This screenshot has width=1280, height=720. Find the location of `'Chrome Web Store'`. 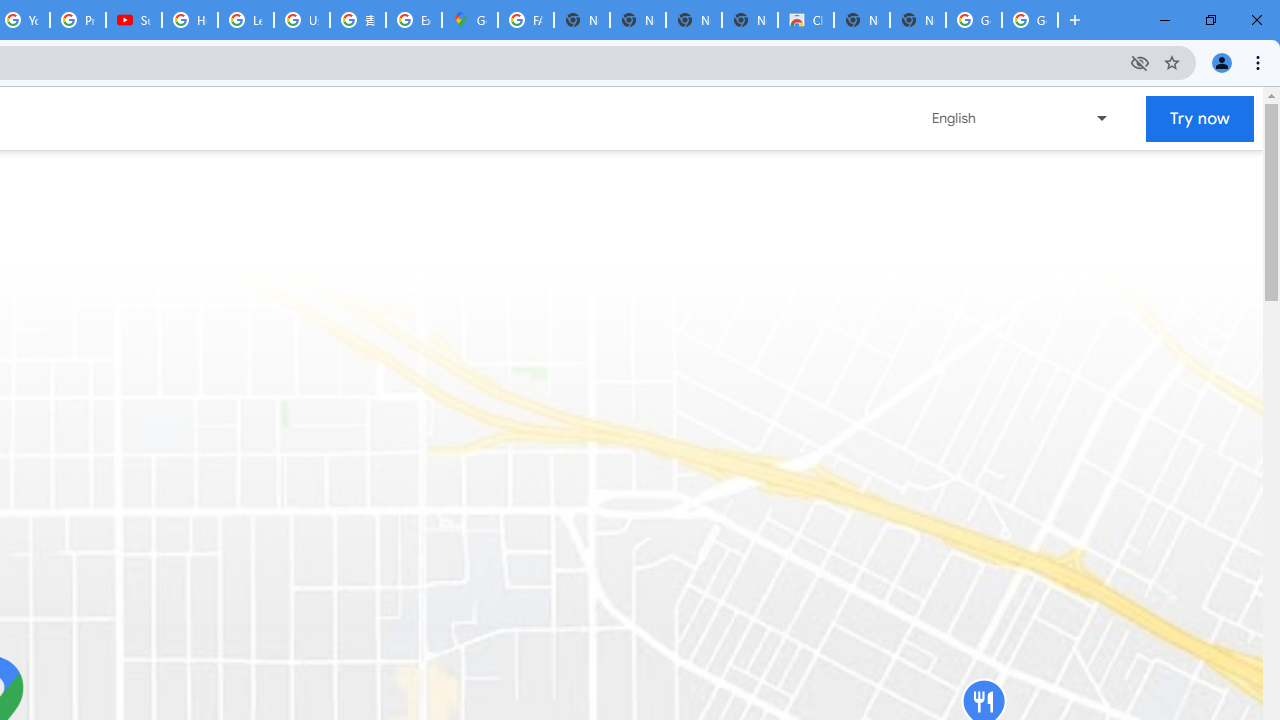

'Chrome Web Store' is located at coordinates (806, 20).